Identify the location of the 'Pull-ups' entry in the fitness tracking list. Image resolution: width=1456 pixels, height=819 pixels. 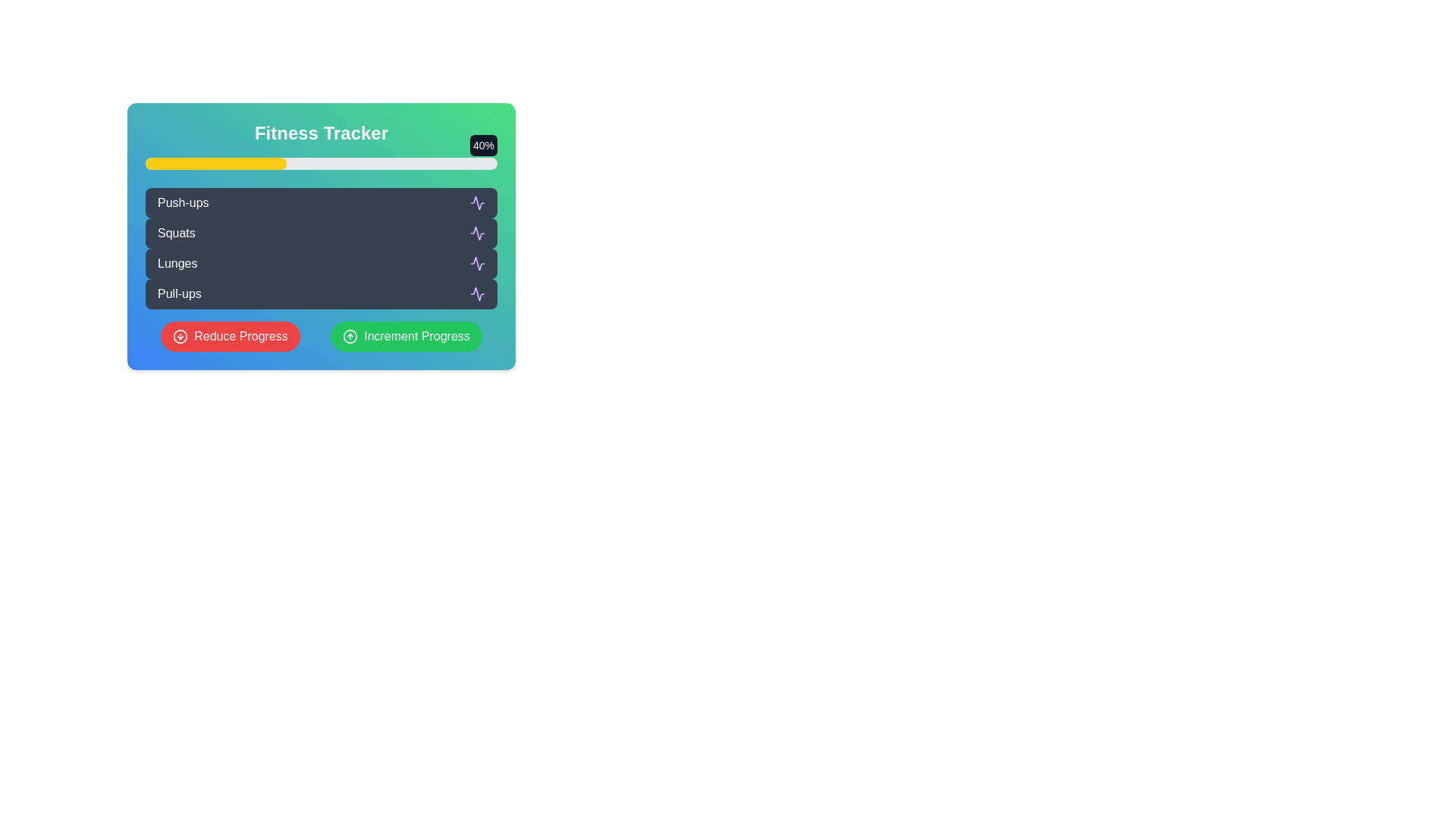
(320, 294).